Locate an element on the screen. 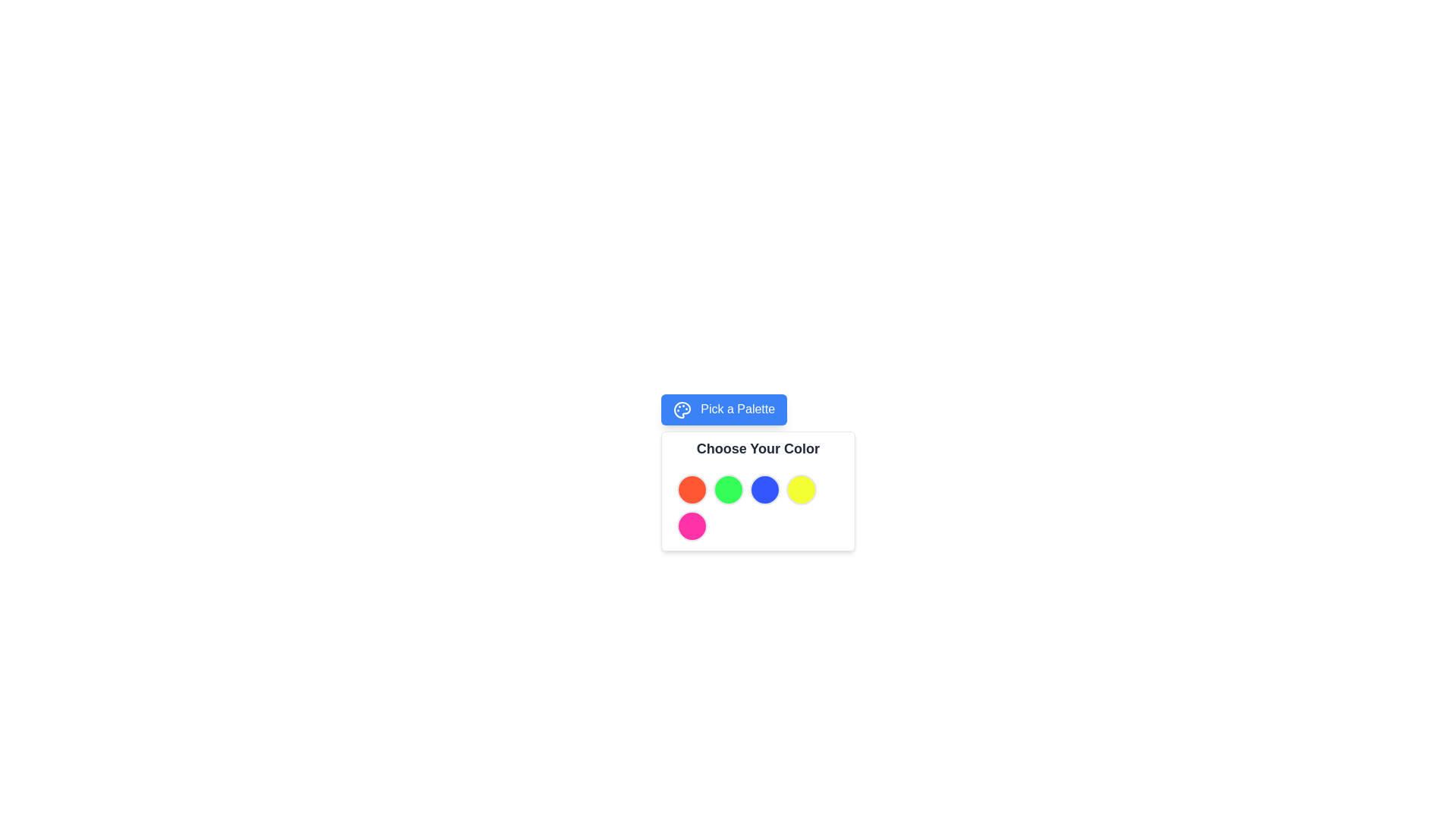 The width and height of the screenshot is (1456, 819). the circular color selection button with a bright blue fill (#3357FF), which is the third button in the upper row of the color palette is located at coordinates (758, 491).